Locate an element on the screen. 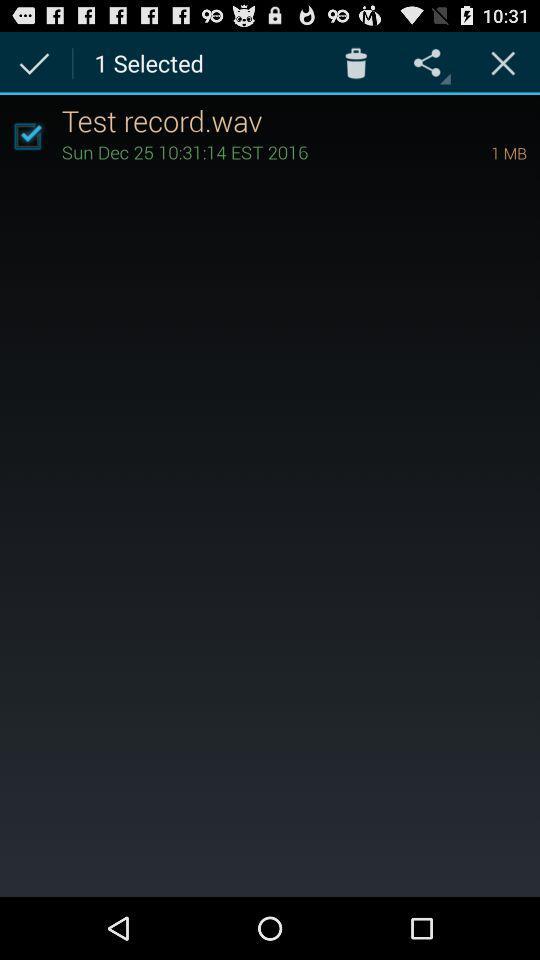 The width and height of the screenshot is (540, 960). the icon next to sun dec 25 item is located at coordinates (480, 151).